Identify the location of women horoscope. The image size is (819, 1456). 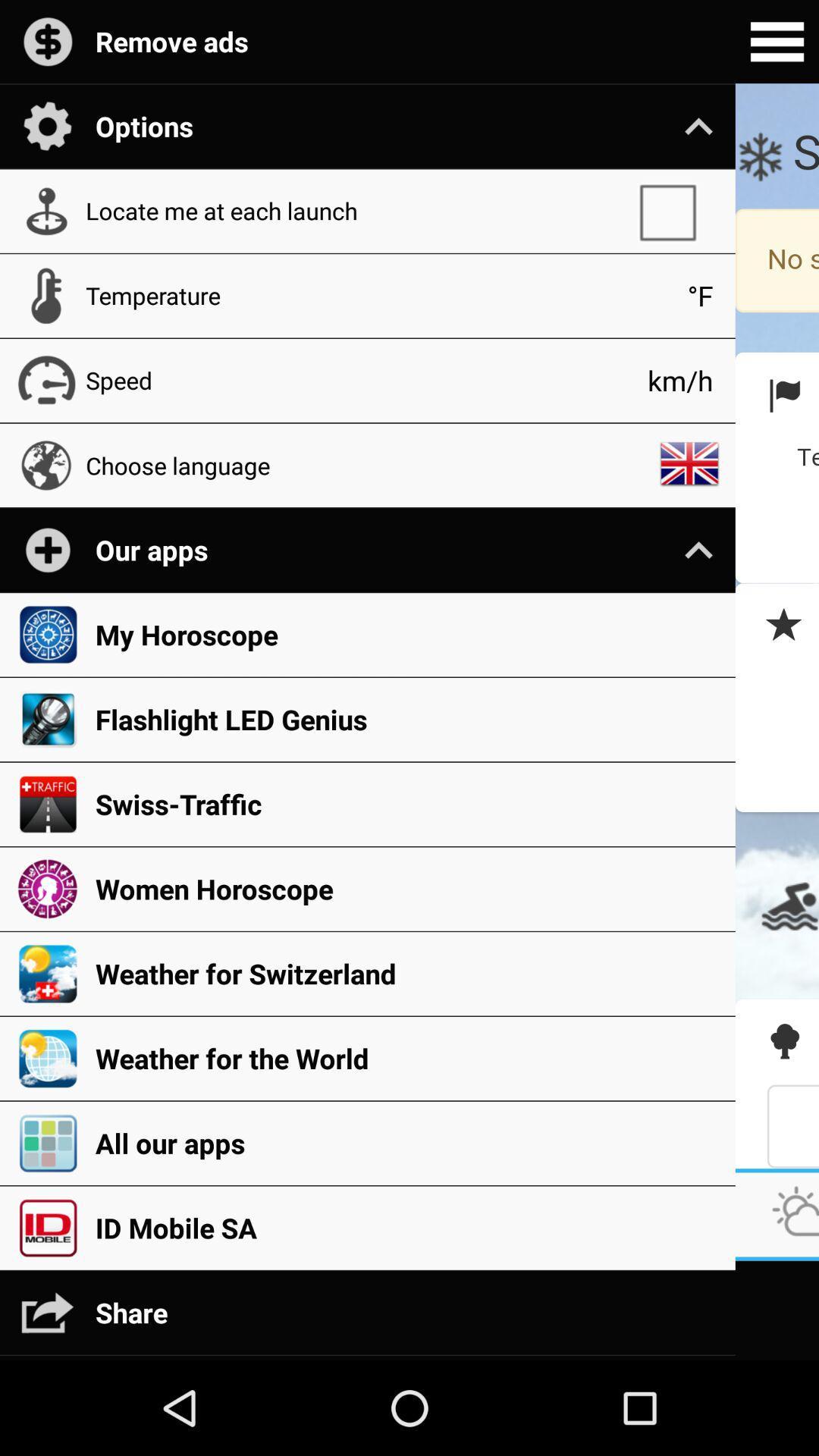
(406, 889).